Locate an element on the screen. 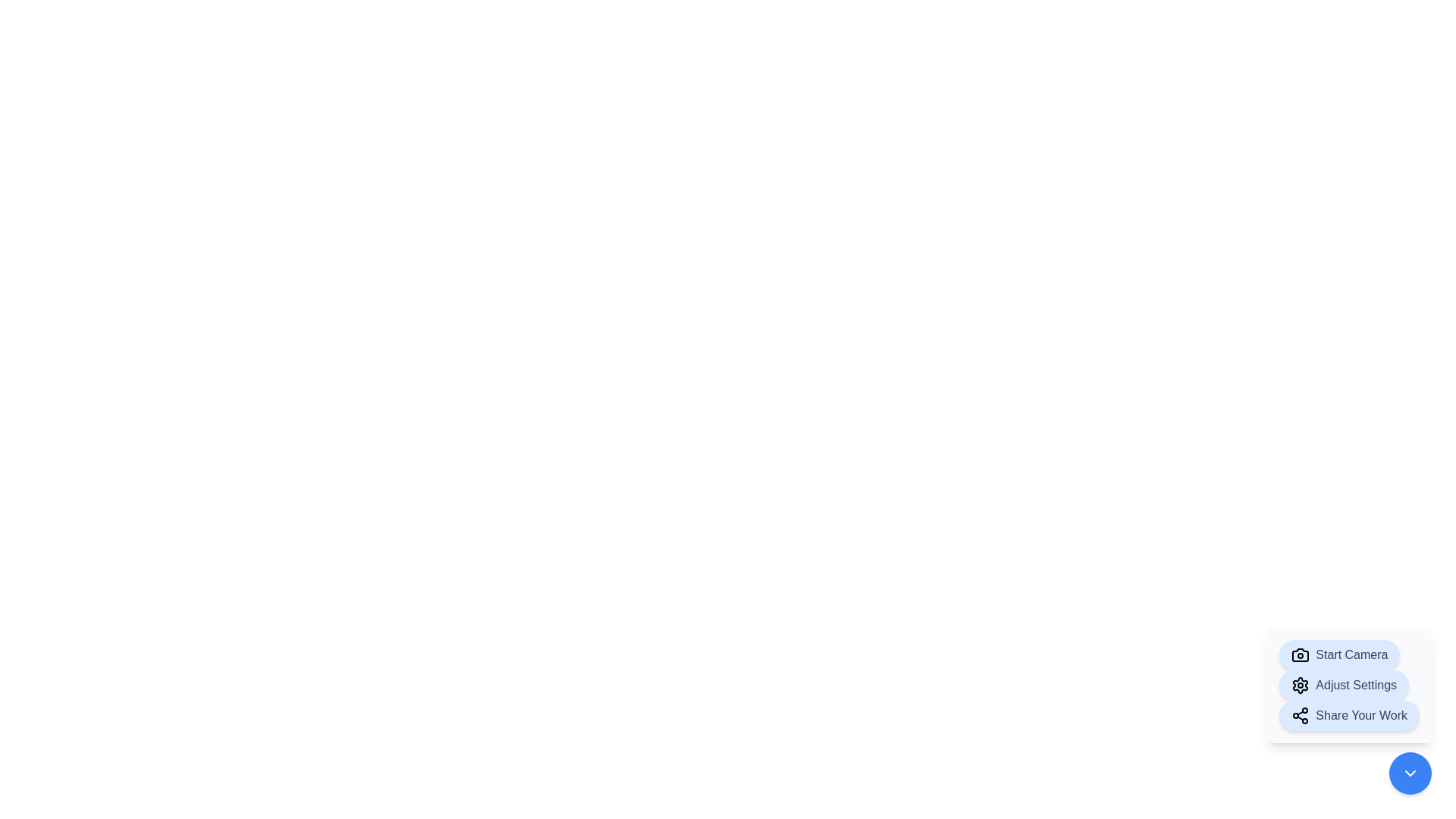 Image resolution: width=1456 pixels, height=819 pixels. the camera icon representing the 'Start Camera' button located in the bottom-right corner of the interface is located at coordinates (1300, 654).